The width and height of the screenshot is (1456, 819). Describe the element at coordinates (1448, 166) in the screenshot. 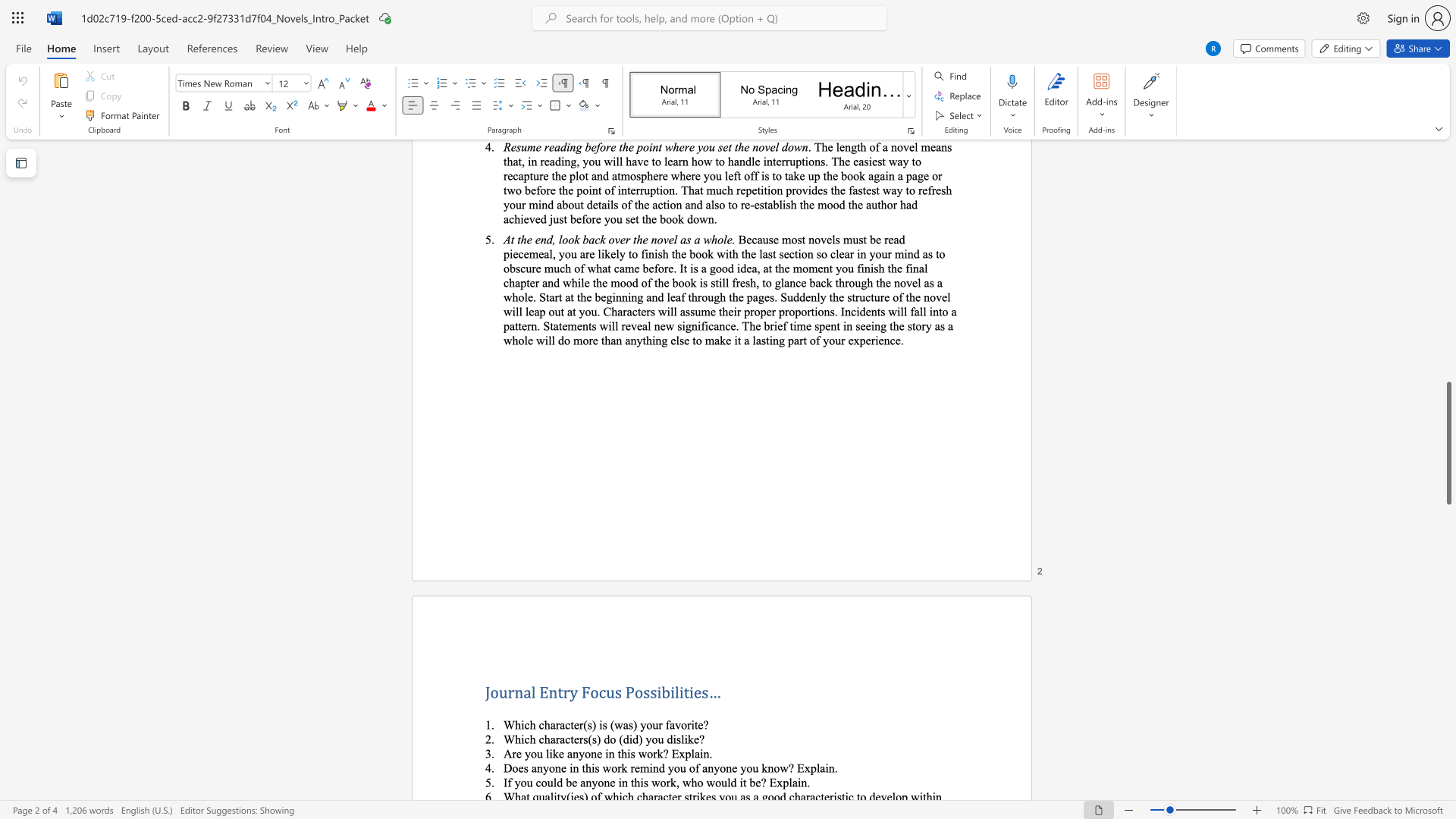

I see `the scrollbar on the right side to scroll the page up` at that location.